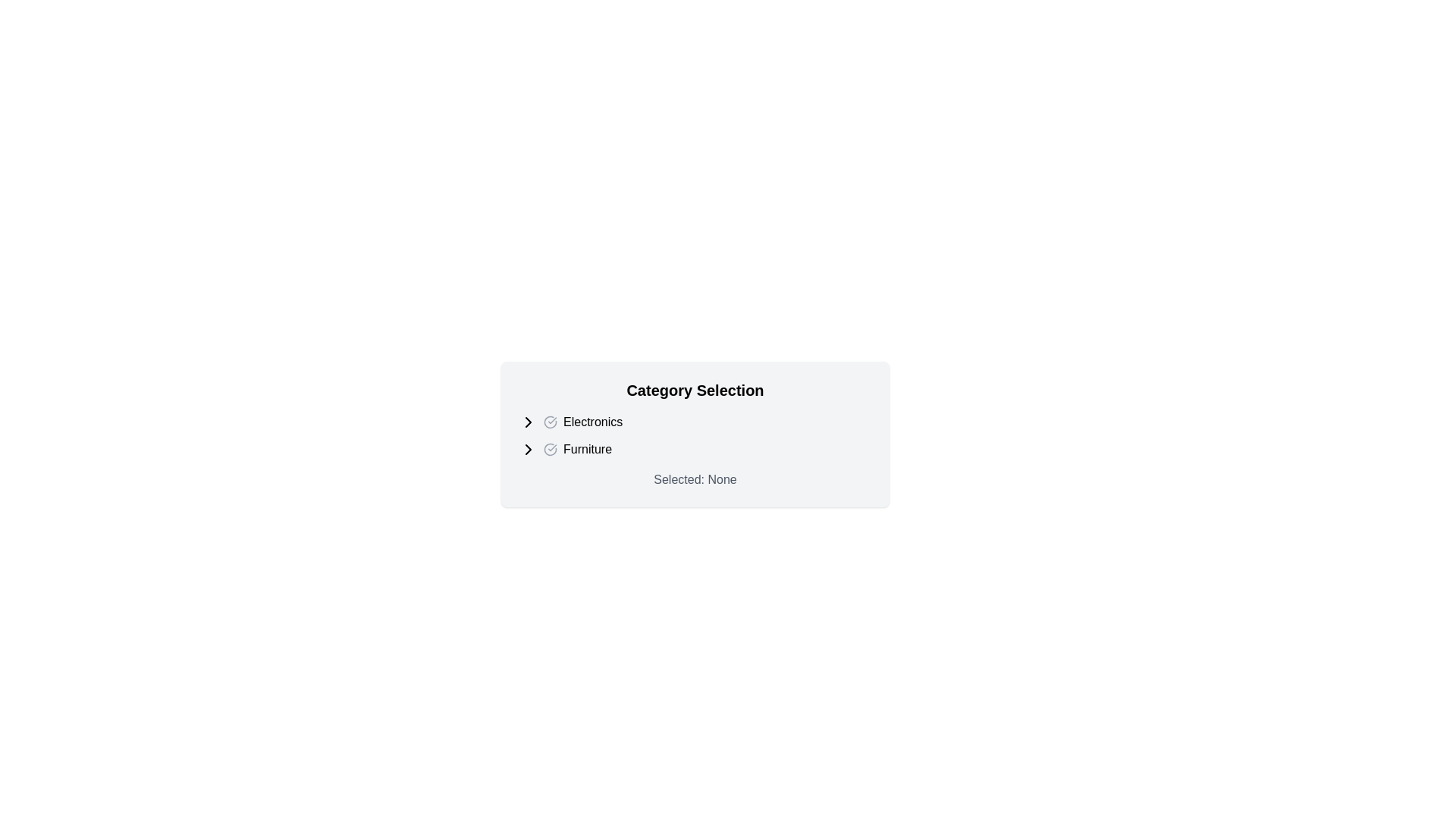  I want to click on the second list item under 'Category Selection', positioned below 'Electronics', so click(694, 449).